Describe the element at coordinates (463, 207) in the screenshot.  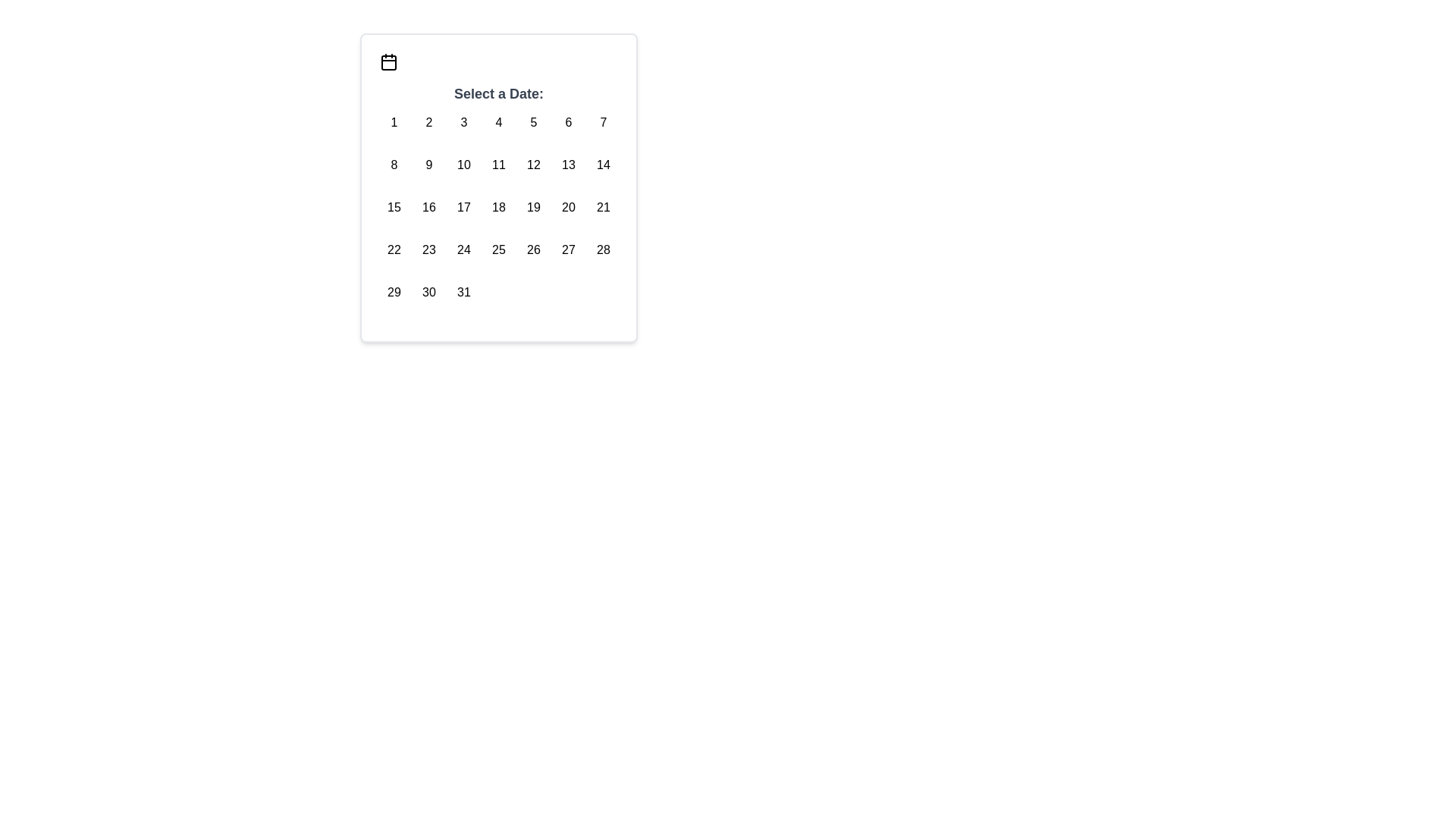
I see `the button representing the 17th day of the month in the calendar interface` at that location.